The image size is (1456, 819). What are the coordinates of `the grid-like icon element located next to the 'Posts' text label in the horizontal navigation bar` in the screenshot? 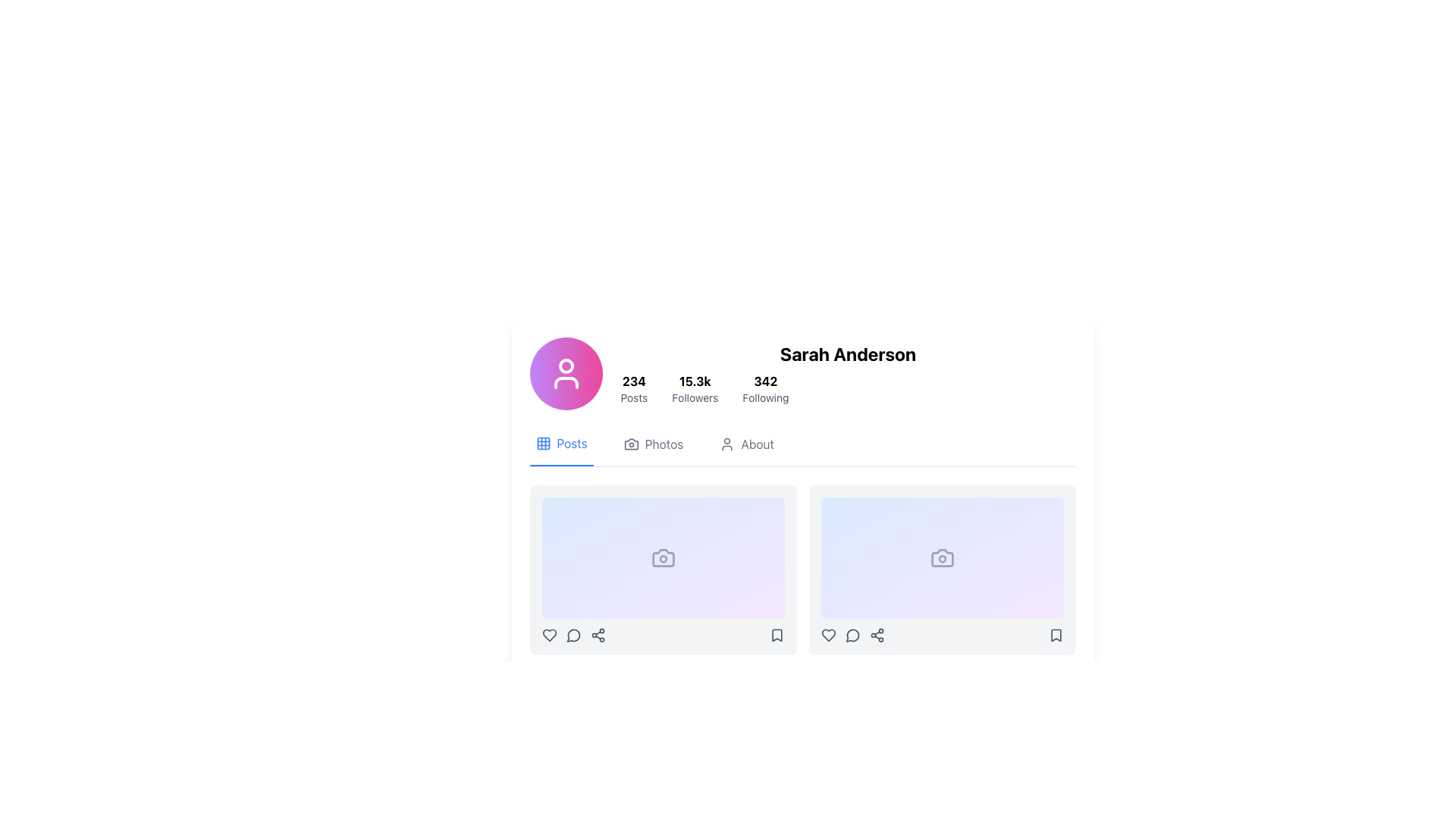 It's located at (543, 444).